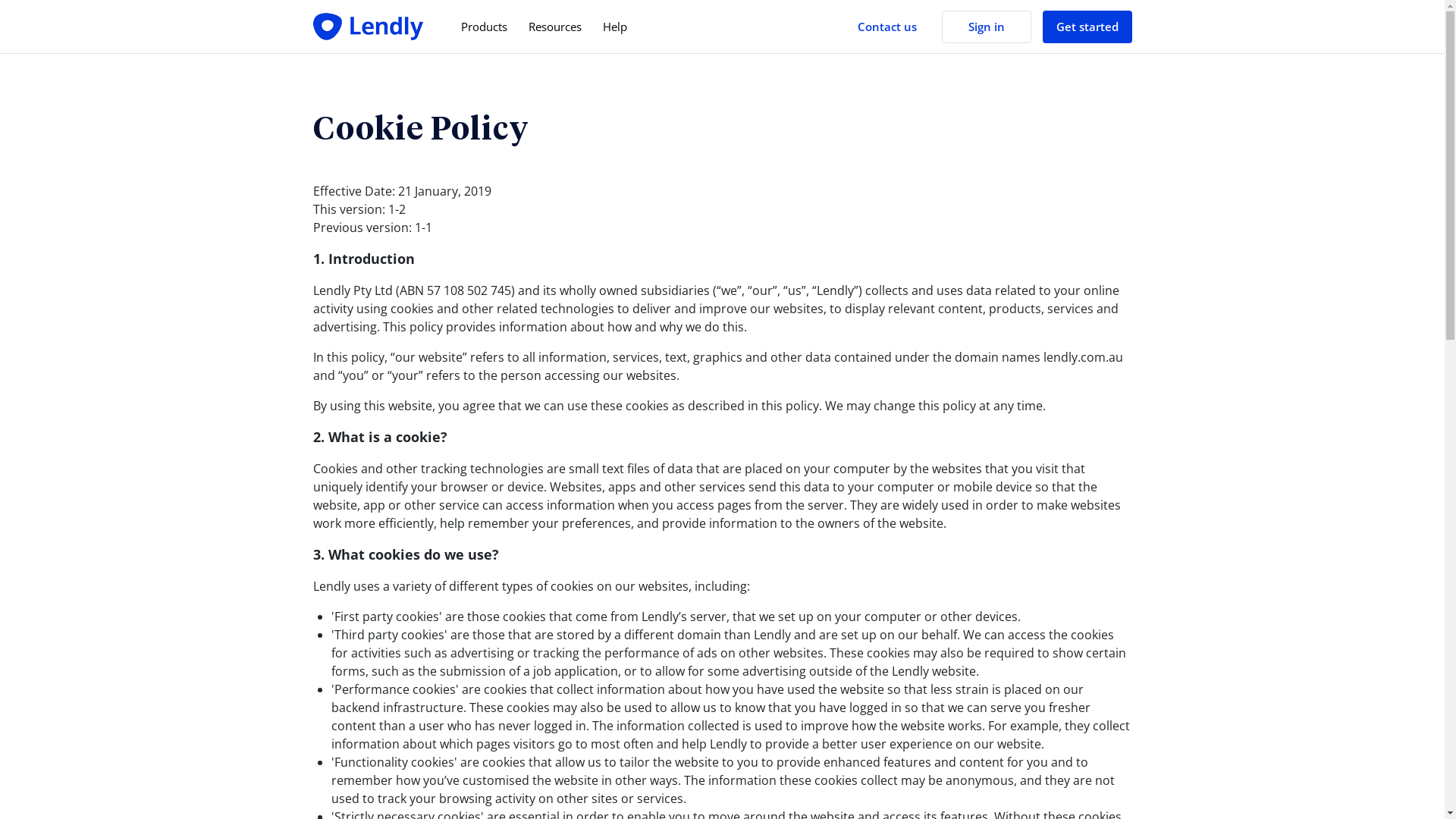 Image resolution: width=1456 pixels, height=819 pixels. I want to click on 'Get started', so click(1040, 27).